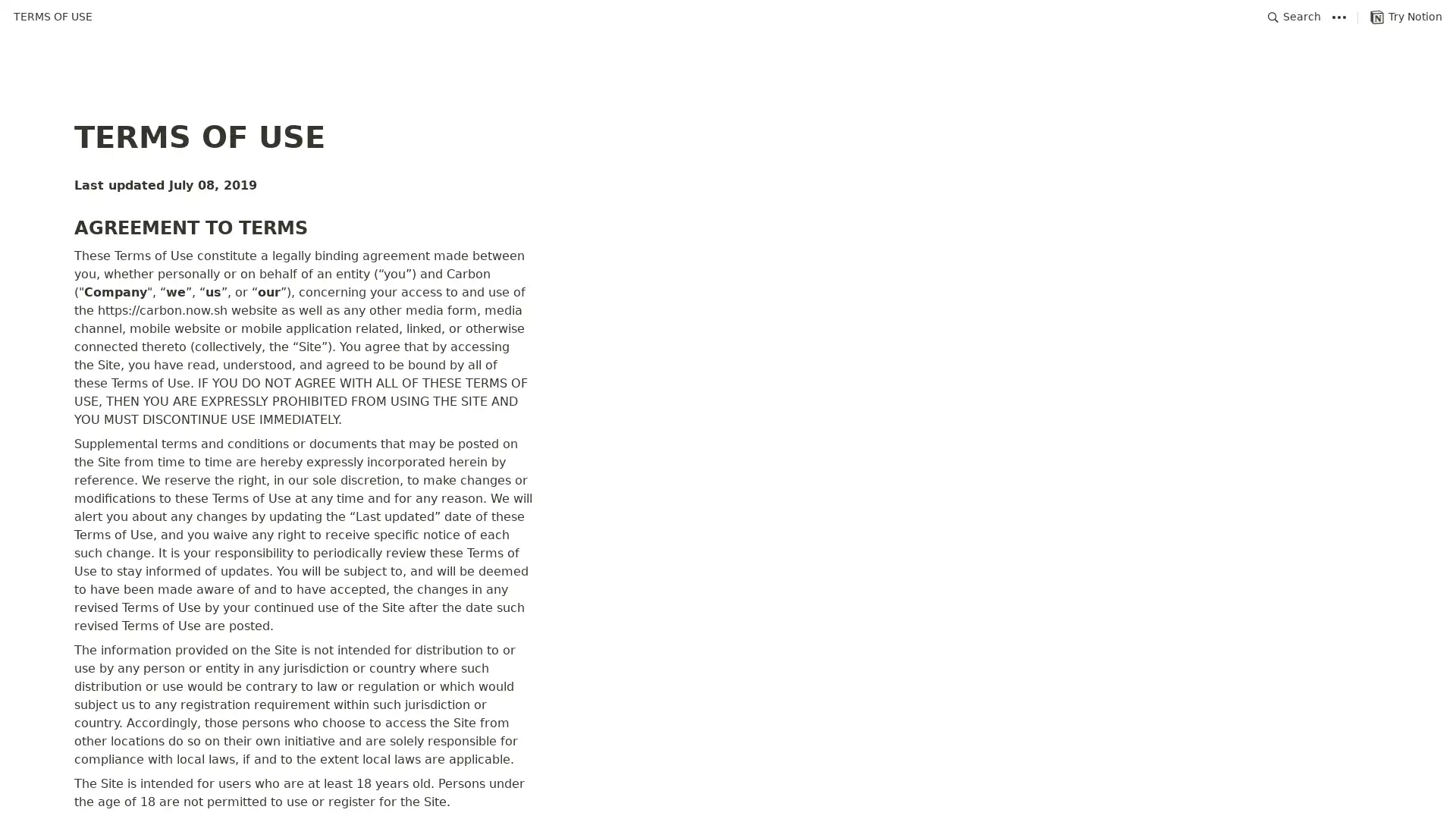 This screenshot has width=1456, height=819. Describe the element at coordinates (1405, 17) in the screenshot. I see `Try Notion` at that location.